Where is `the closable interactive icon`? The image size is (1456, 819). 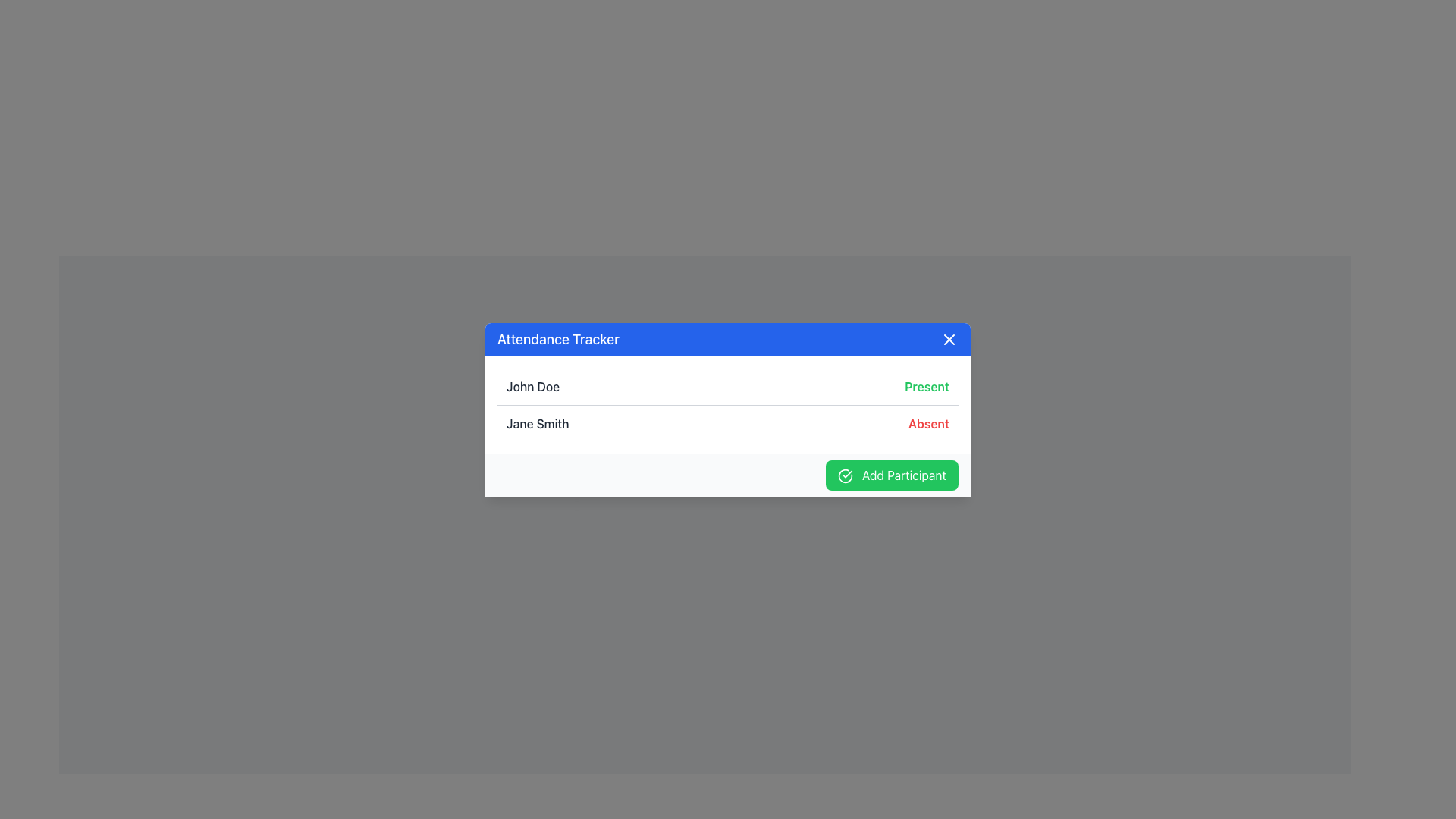
the closable interactive icon is located at coordinates (949, 338).